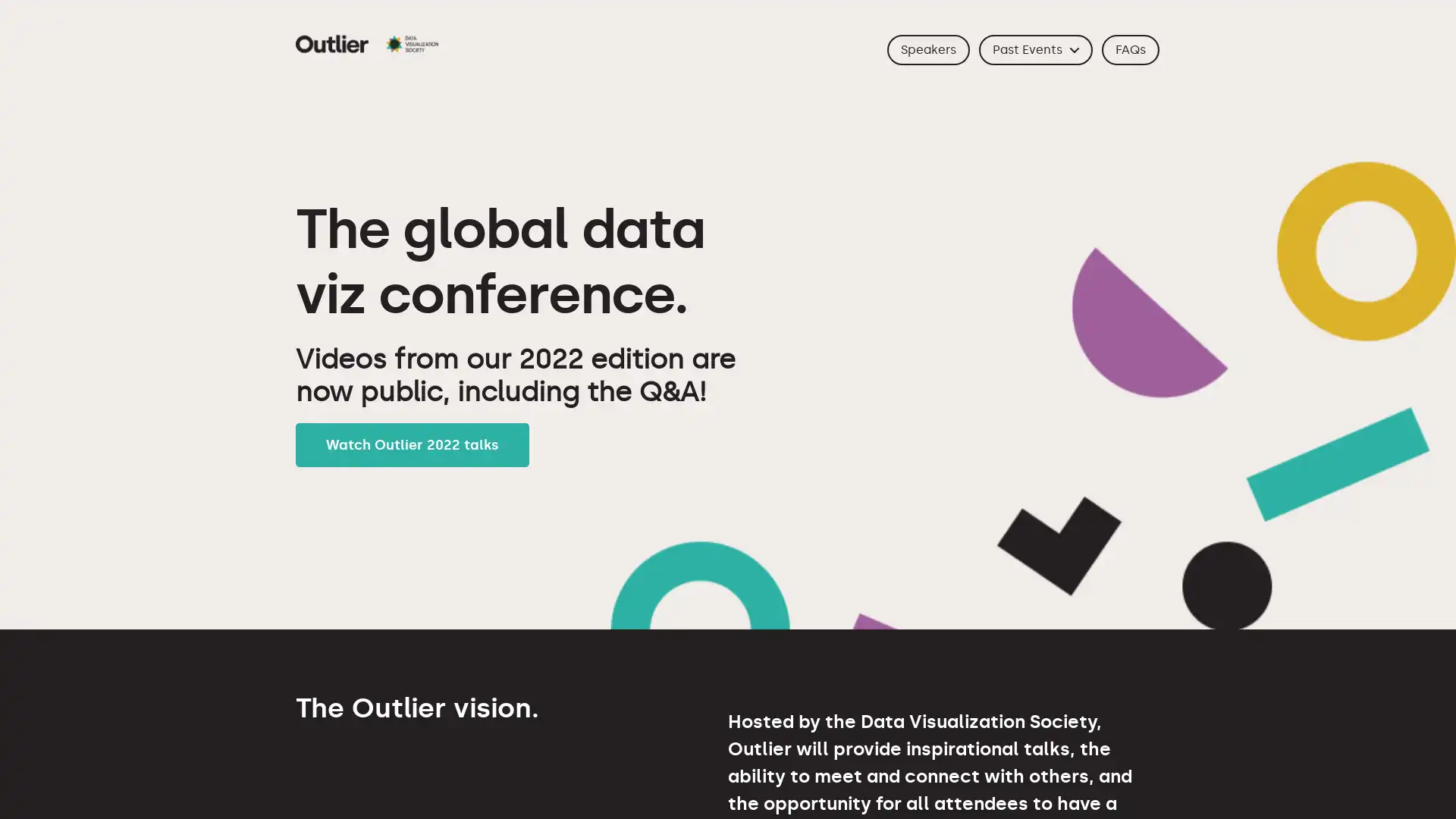 This screenshot has width=1456, height=819. I want to click on Watch Outlier 2022 talks, so click(412, 444).